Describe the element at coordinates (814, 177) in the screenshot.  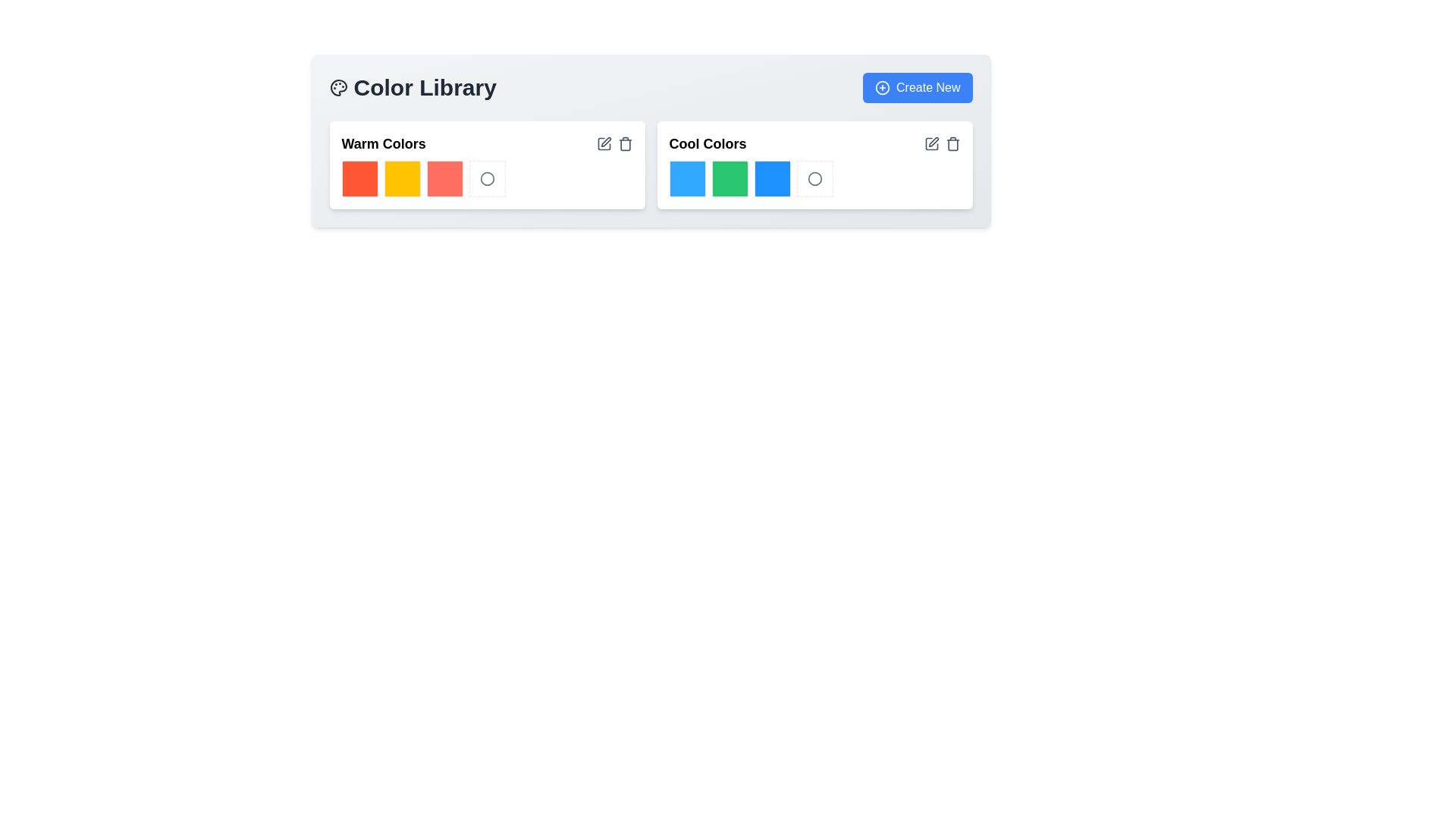
I see `the fourth button with a nested icon in the 'Cool Colors' section, used for adding a new color` at that location.